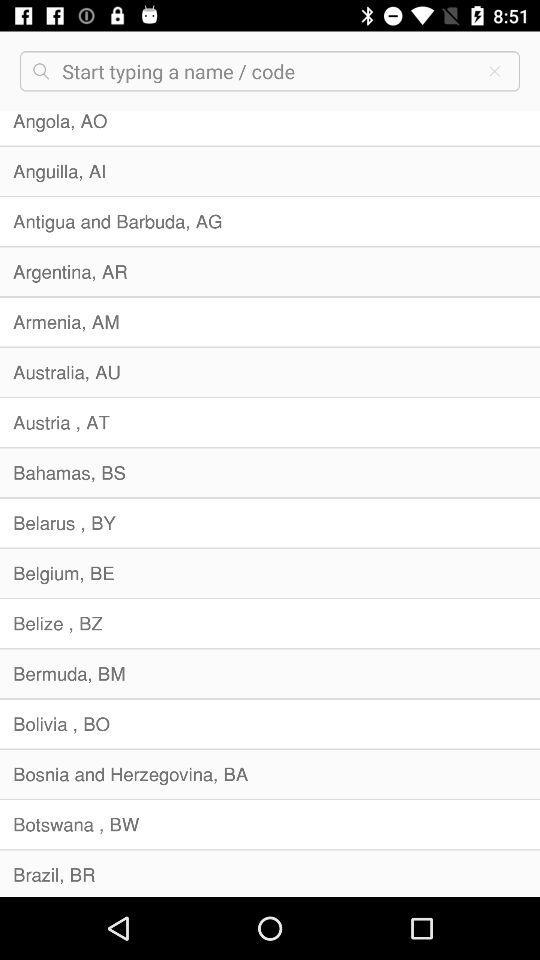 This screenshot has width=540, height=960. What do you see at coordinates (266, 71) in the screenshot?
I see `search area code` at bounding box center [266, 71].